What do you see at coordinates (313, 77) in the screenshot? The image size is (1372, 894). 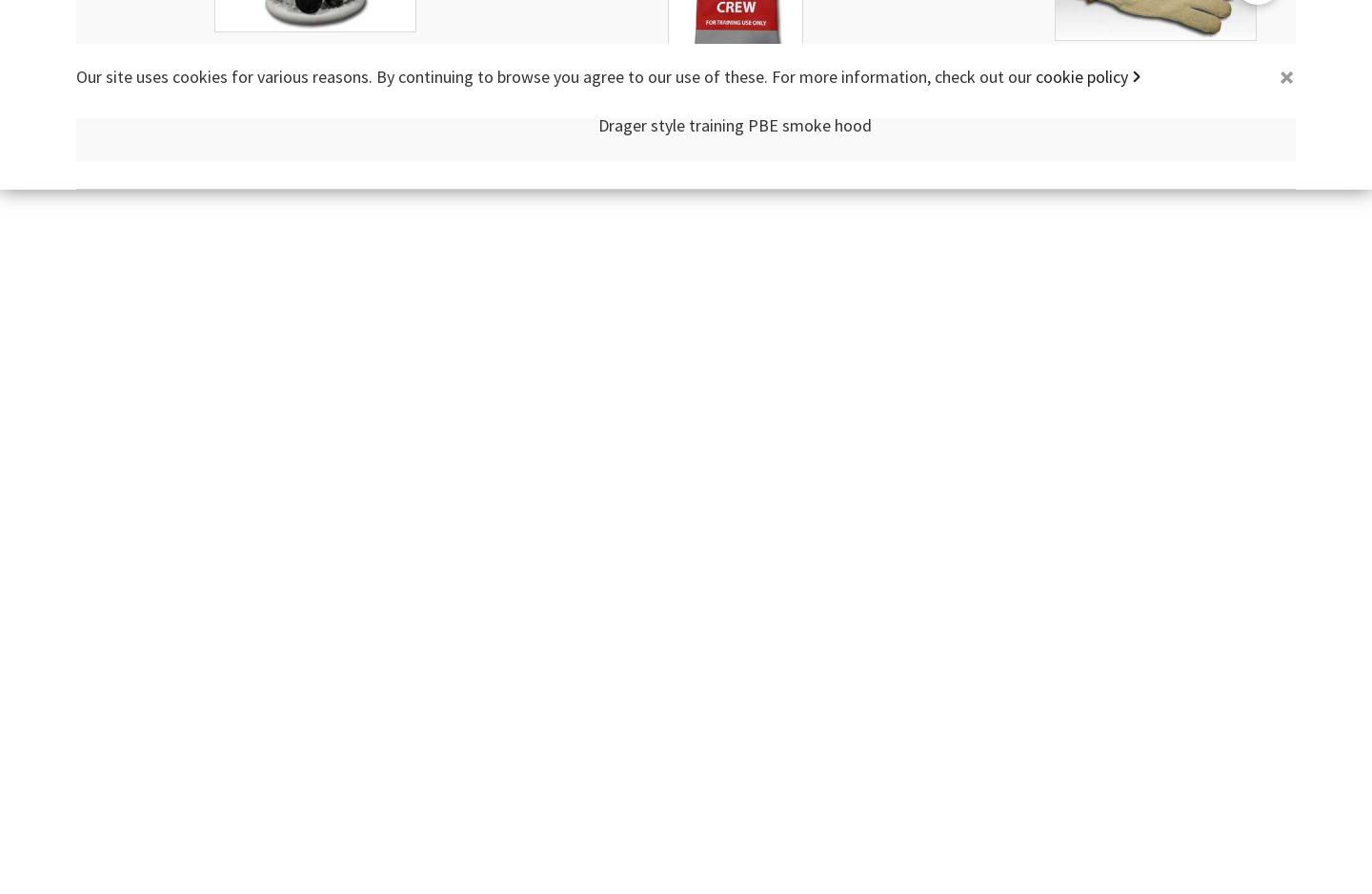 I see `'Air Liquide style training PBE smoke hood'` at bounding box center [313, 77].